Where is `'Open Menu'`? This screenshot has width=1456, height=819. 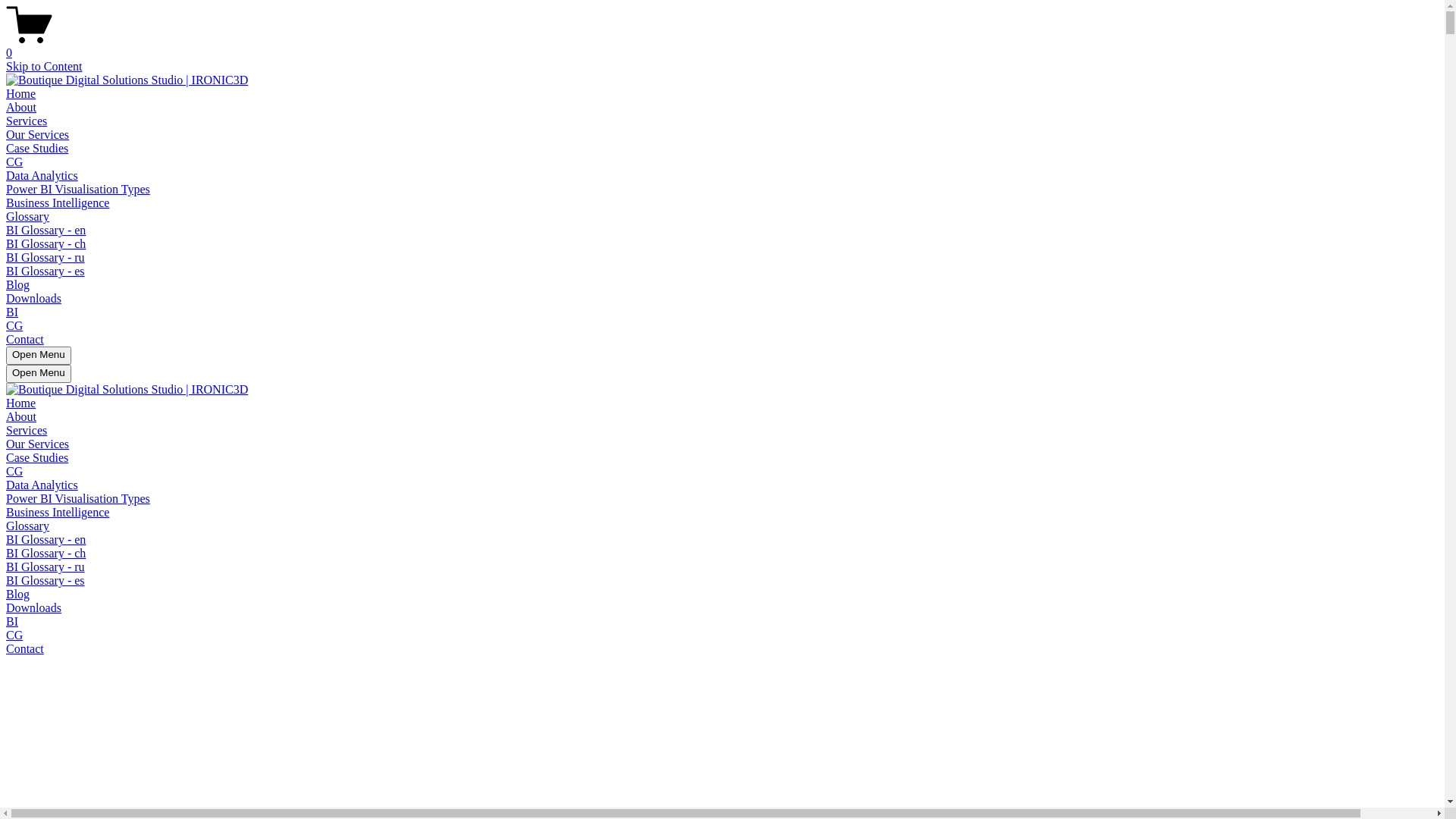
'Open Menu' is located at coordinates (39, 356).